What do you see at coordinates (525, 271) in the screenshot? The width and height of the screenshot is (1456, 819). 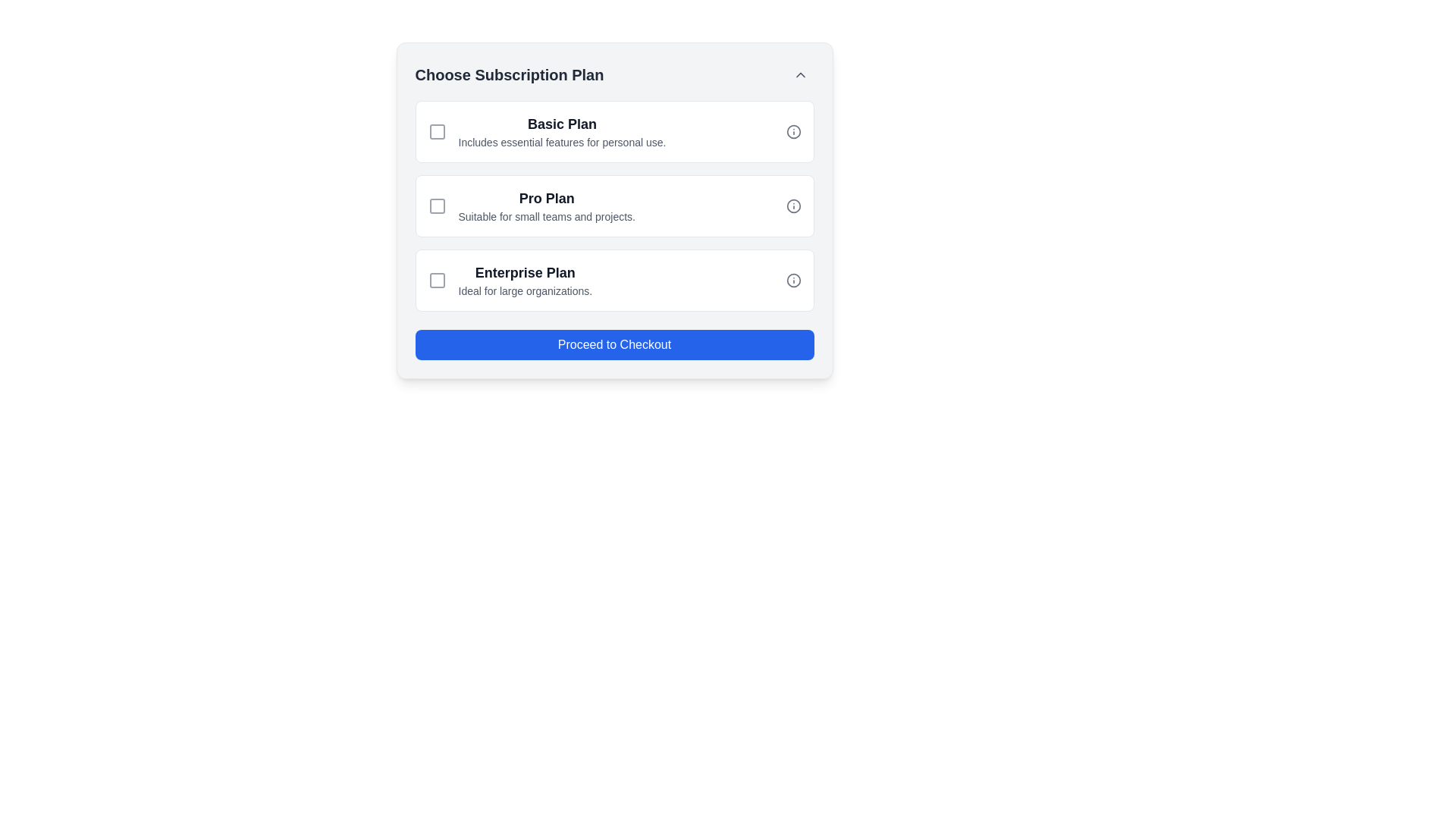 I see `the text label indicating the 'Enterprise Plan' subscription, which is located at the top of the third subscription plan box under the main heading 'Choose Subscription Plan'` at bounding box center [525, 271].